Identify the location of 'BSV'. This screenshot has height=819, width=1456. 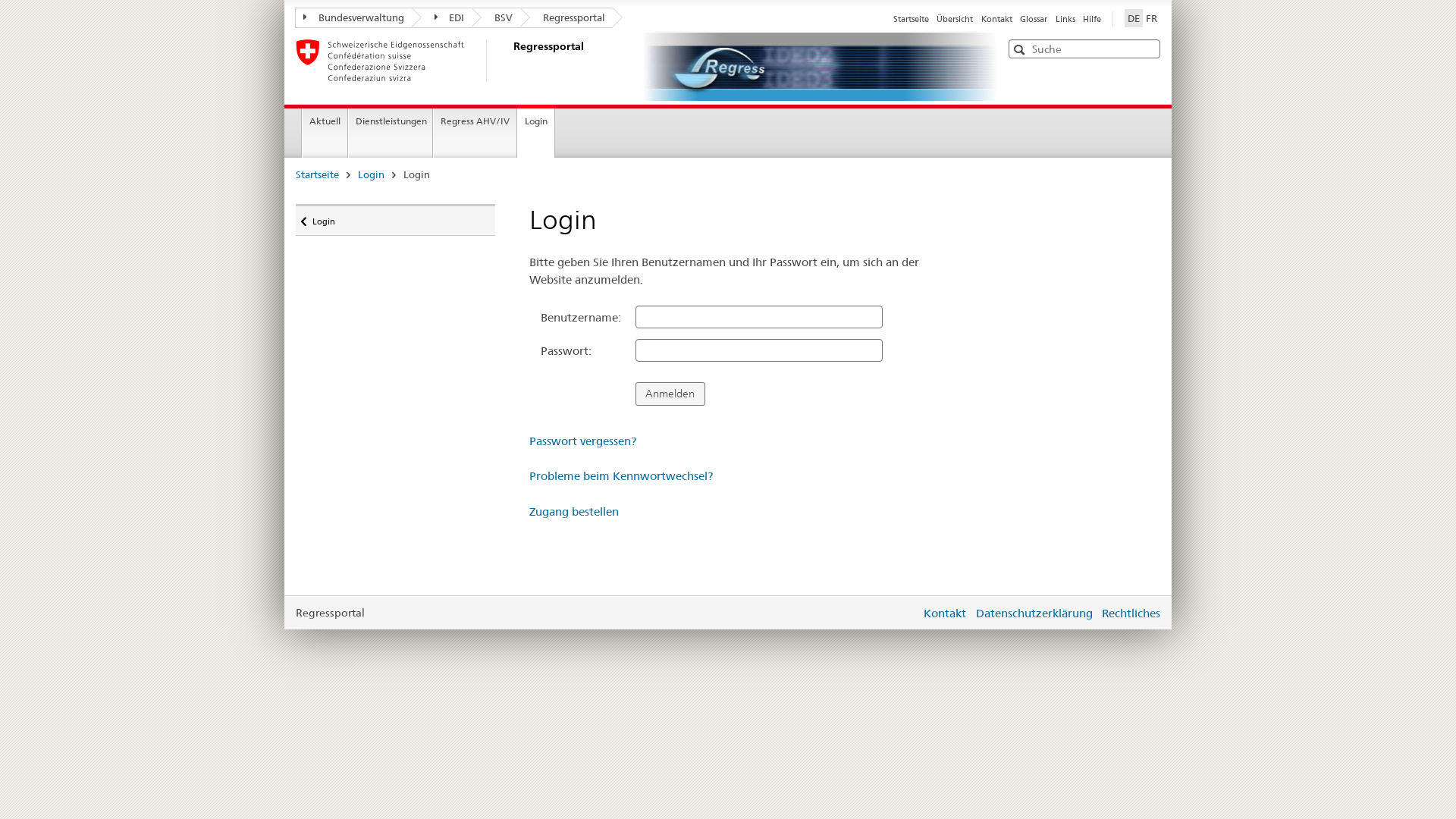
(495, 17).